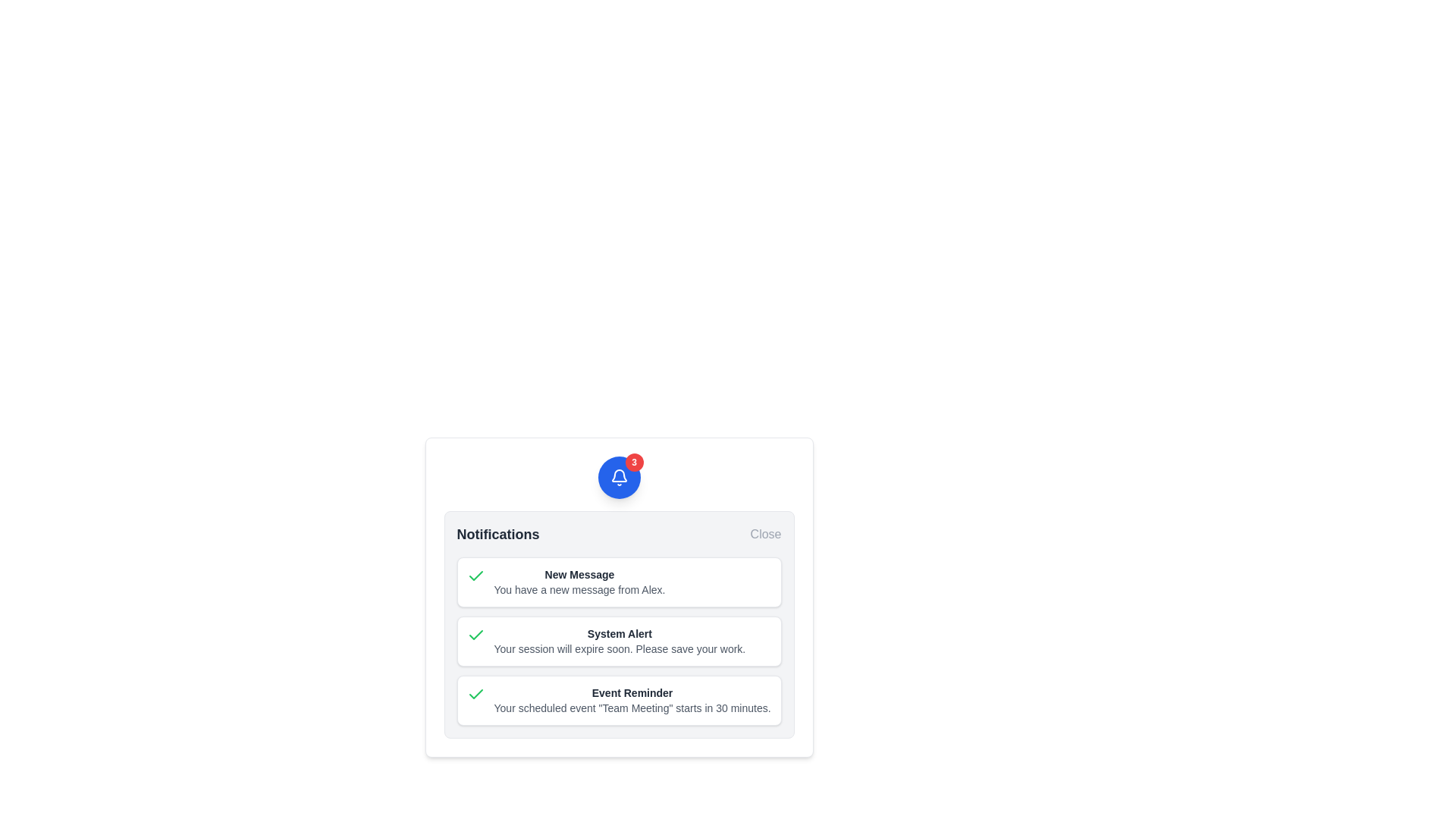 Image resolution: width=1456 pixels, height=819 pixels. I want to click on the static text element that displays 'New Message' in bold dark gray and 'You have a new message from Alex.' in lighter gray, located in the topmost notification panel, so click(579, 581).